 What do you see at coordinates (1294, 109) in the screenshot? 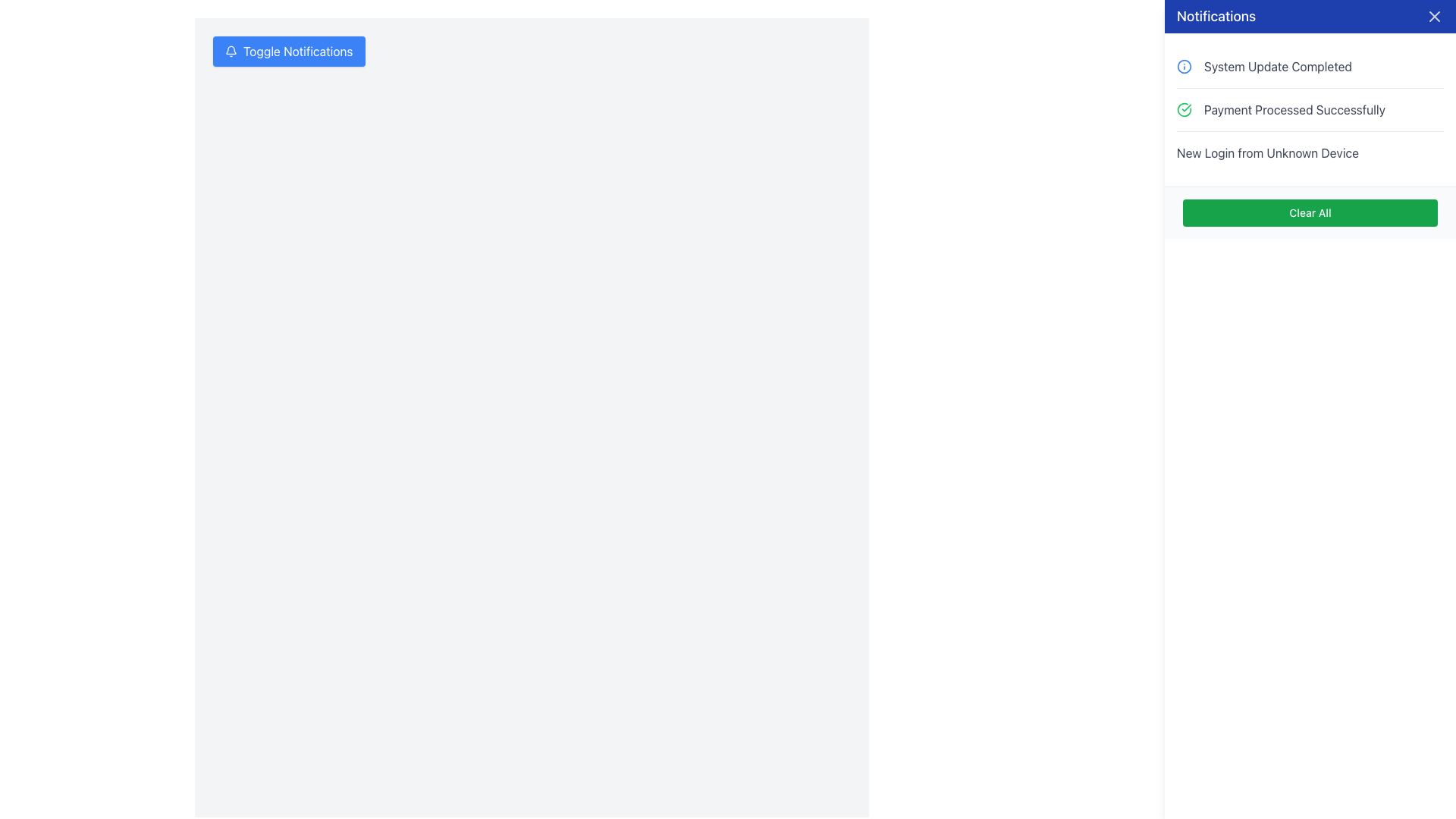
I see `text of the successful payment notification message located in the notifications panel, which is the second message in the list beneath a green checkmark icon` at bounding box center [1294, 109].